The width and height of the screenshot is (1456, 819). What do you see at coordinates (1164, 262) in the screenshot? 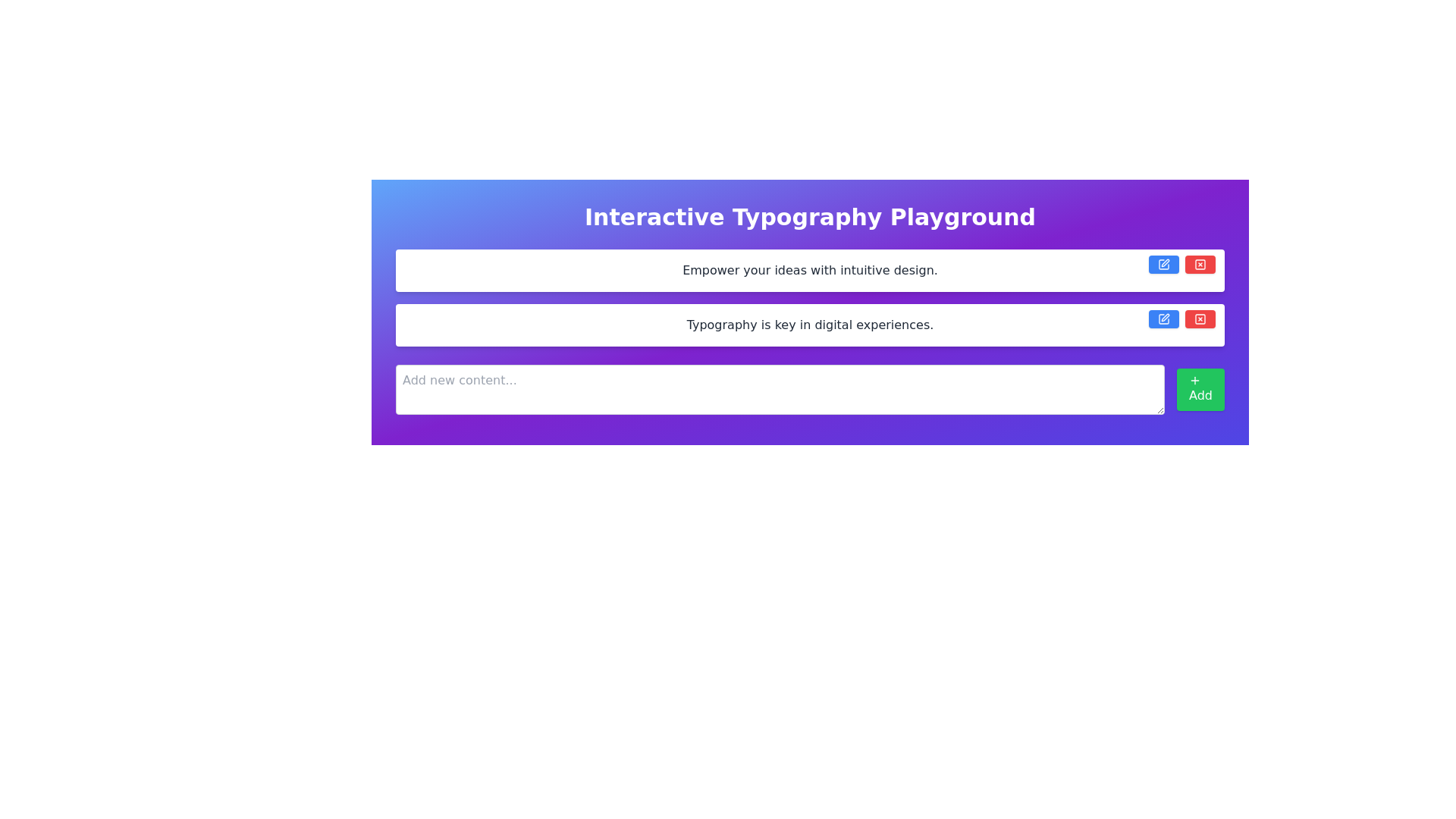
I see `the pen or edit icon, which is part of the edit button located to the right of the first input field labeled 'Empower your ideas with intuitive design.'` at bounding box center [1164, 262].